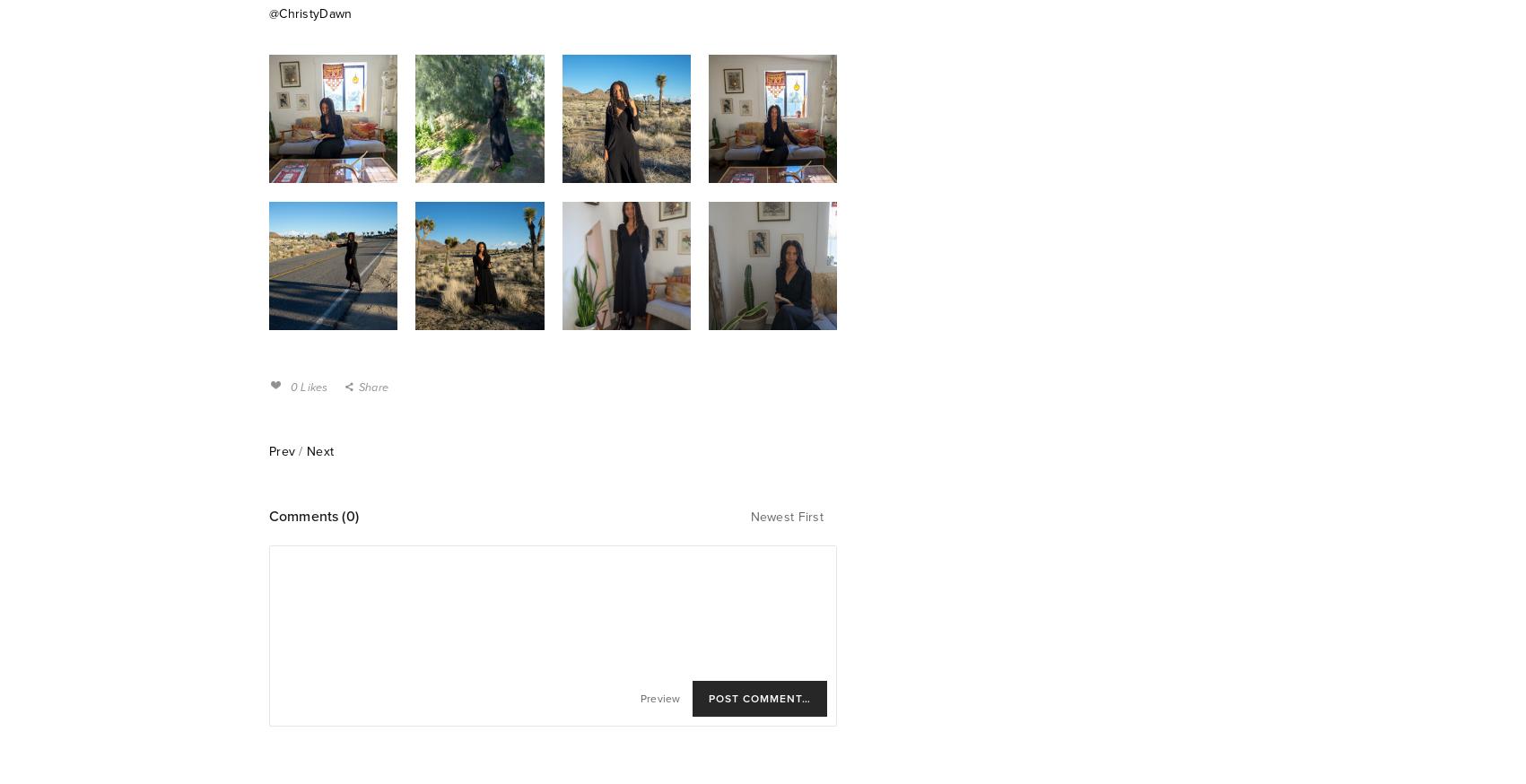 The width and height of the screenshot is (1526, 784). Describe the element at coordinates (750, 516) in the screenshot. I see `'Newest First'` at that location.